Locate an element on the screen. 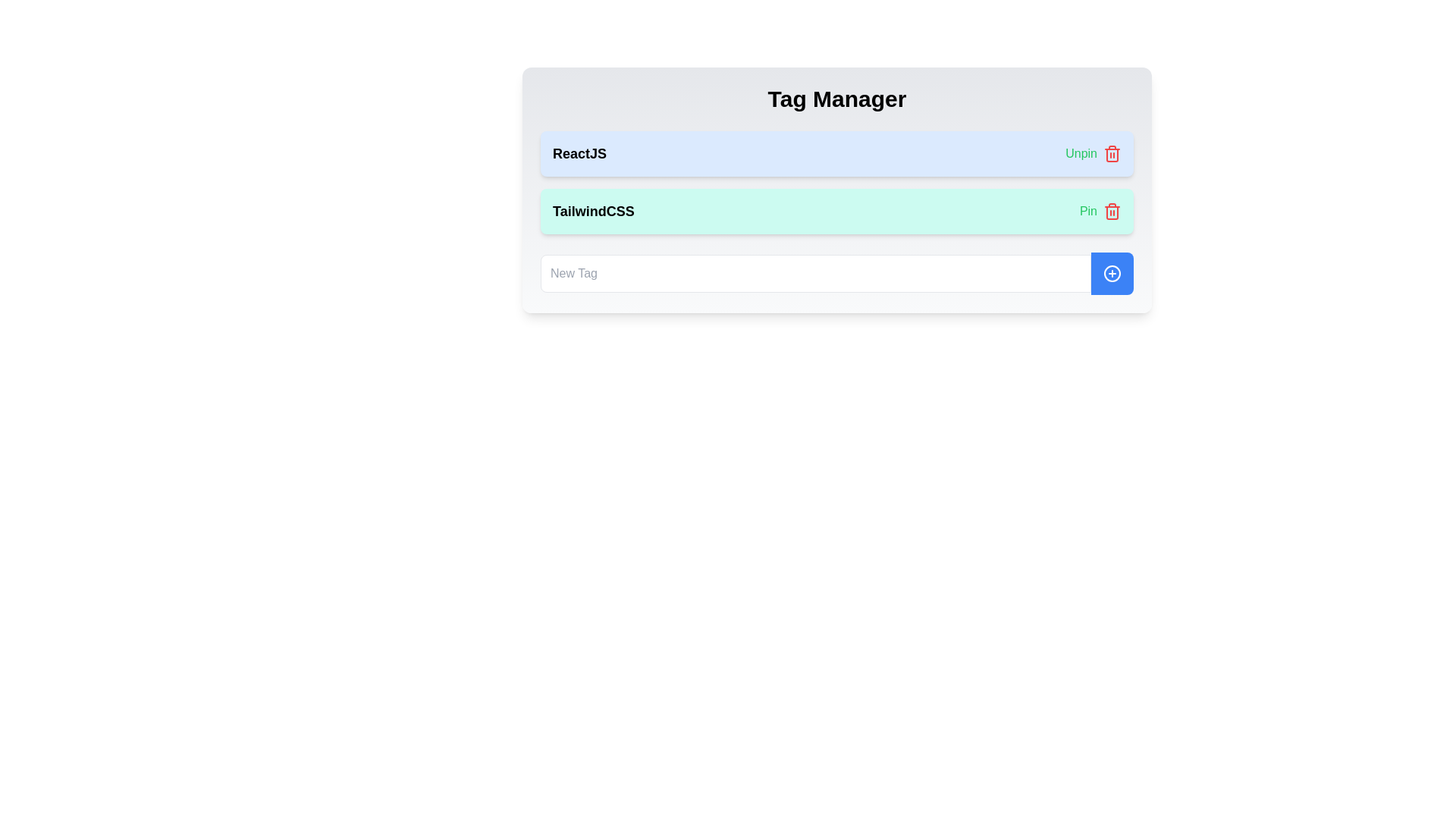 This screenshot has height=819, width=1456. the button that triggers the addition of a new tag, located to the right of the 'New Tag' input field is located at coordinates (1112, 274).